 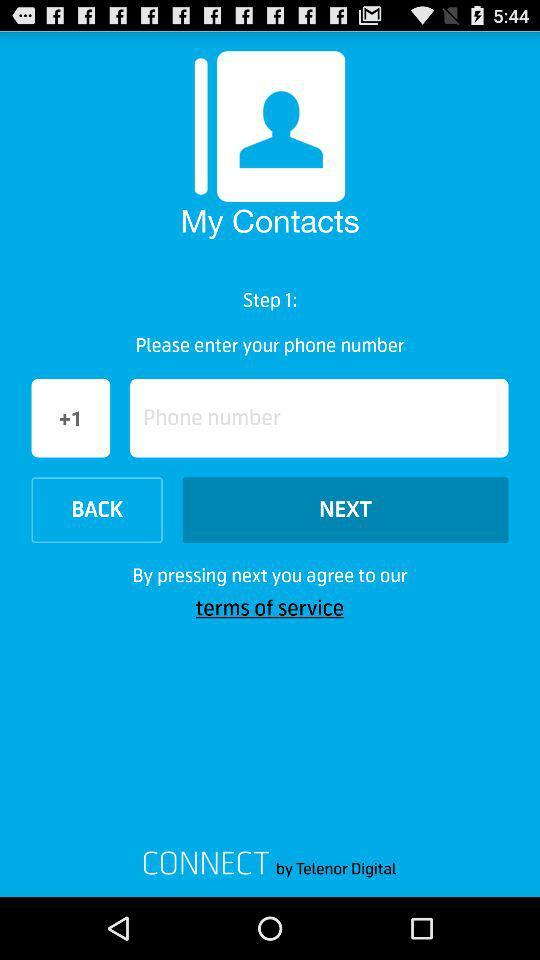 What do you see at coordinates (270, 607) in the screenshot?
I see `terms of service item` at bounding box center [270, 607].